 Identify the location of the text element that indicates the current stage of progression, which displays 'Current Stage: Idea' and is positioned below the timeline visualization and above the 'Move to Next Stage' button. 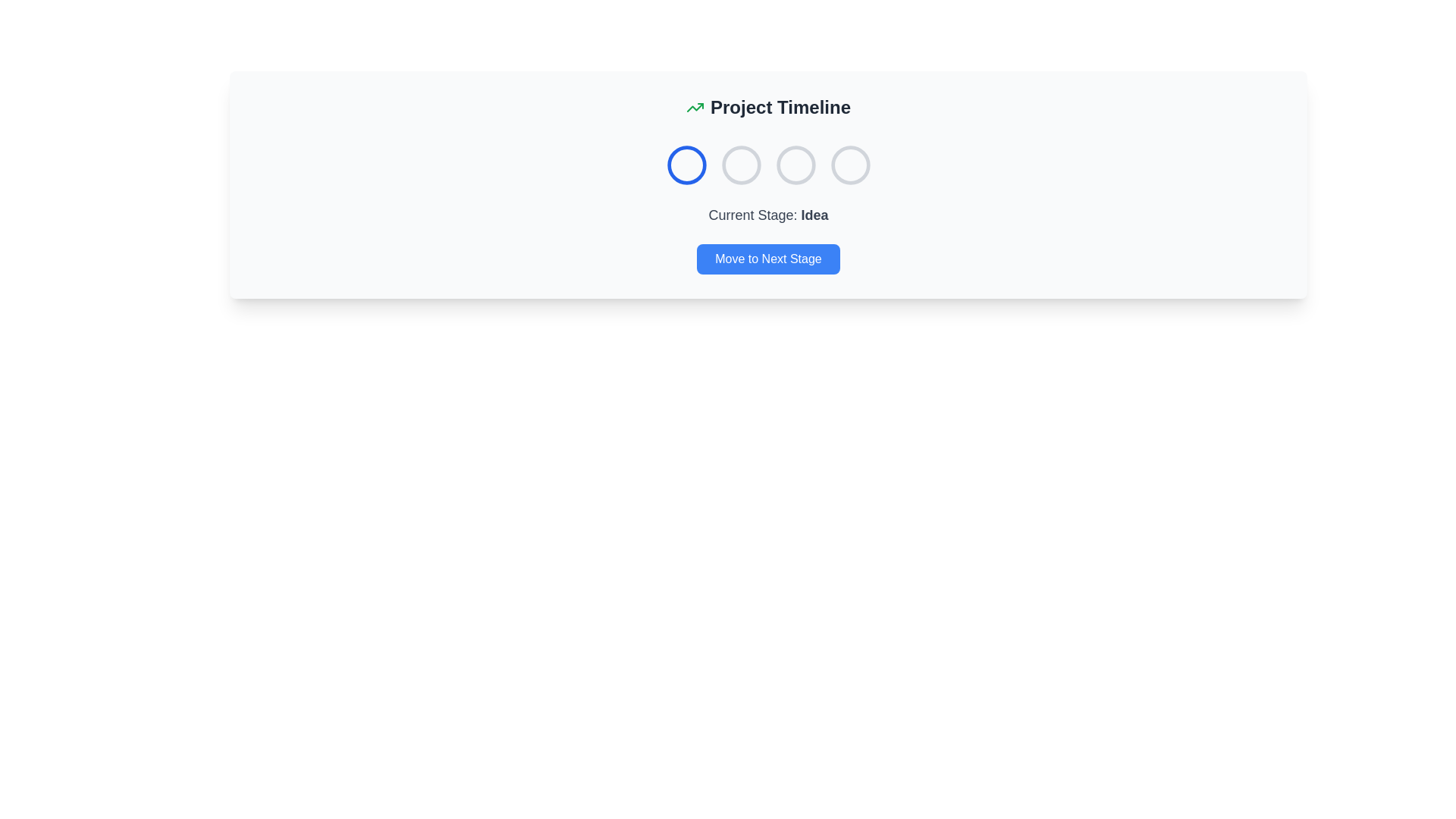
(814, 215).